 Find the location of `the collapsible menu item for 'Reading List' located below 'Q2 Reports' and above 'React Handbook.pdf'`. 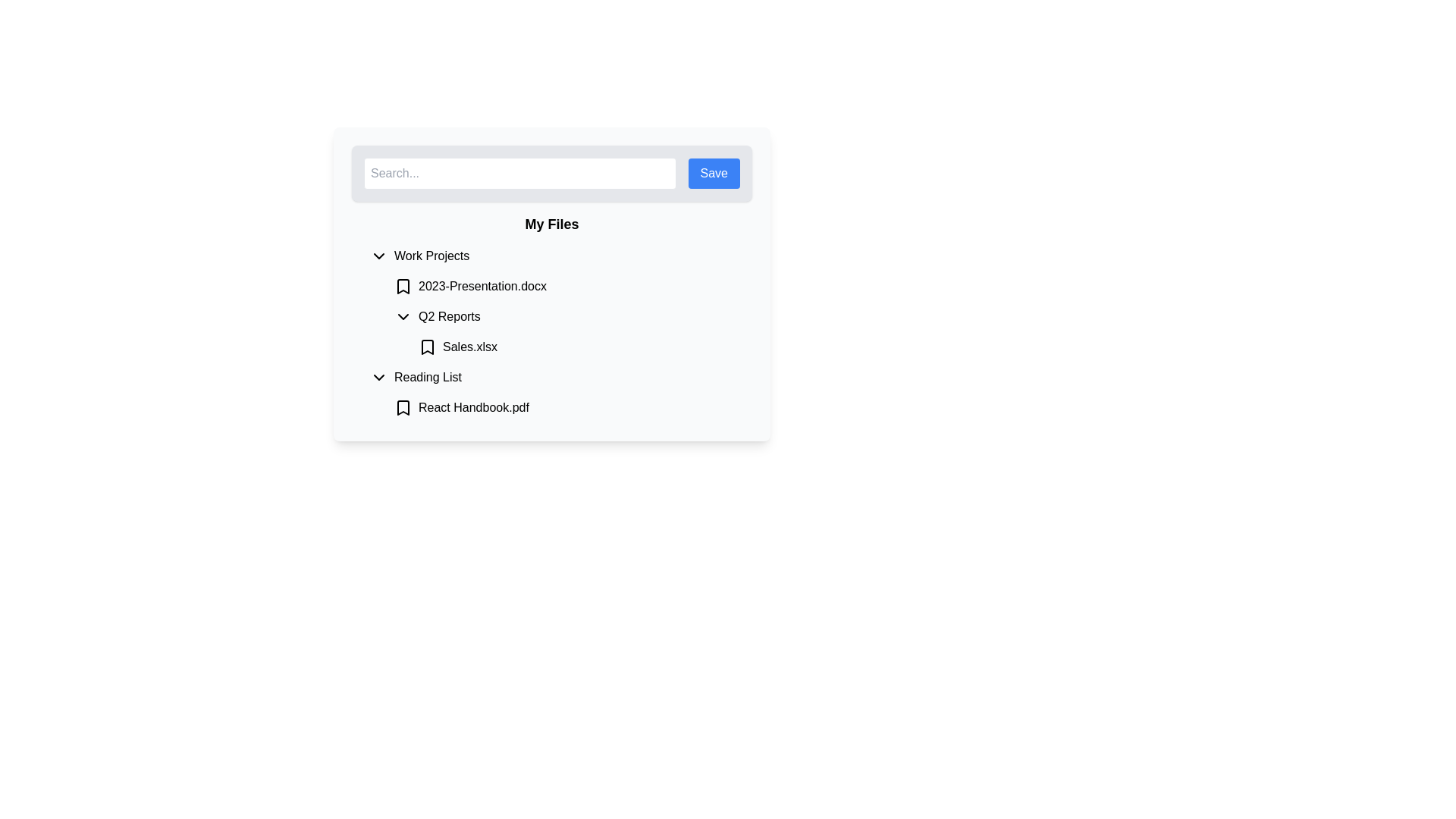

the collapsible menu item for 'Reading List' located below 'Q2 Reports' and above 'React Handbook.pdf' is located at coordinates (557, 376).